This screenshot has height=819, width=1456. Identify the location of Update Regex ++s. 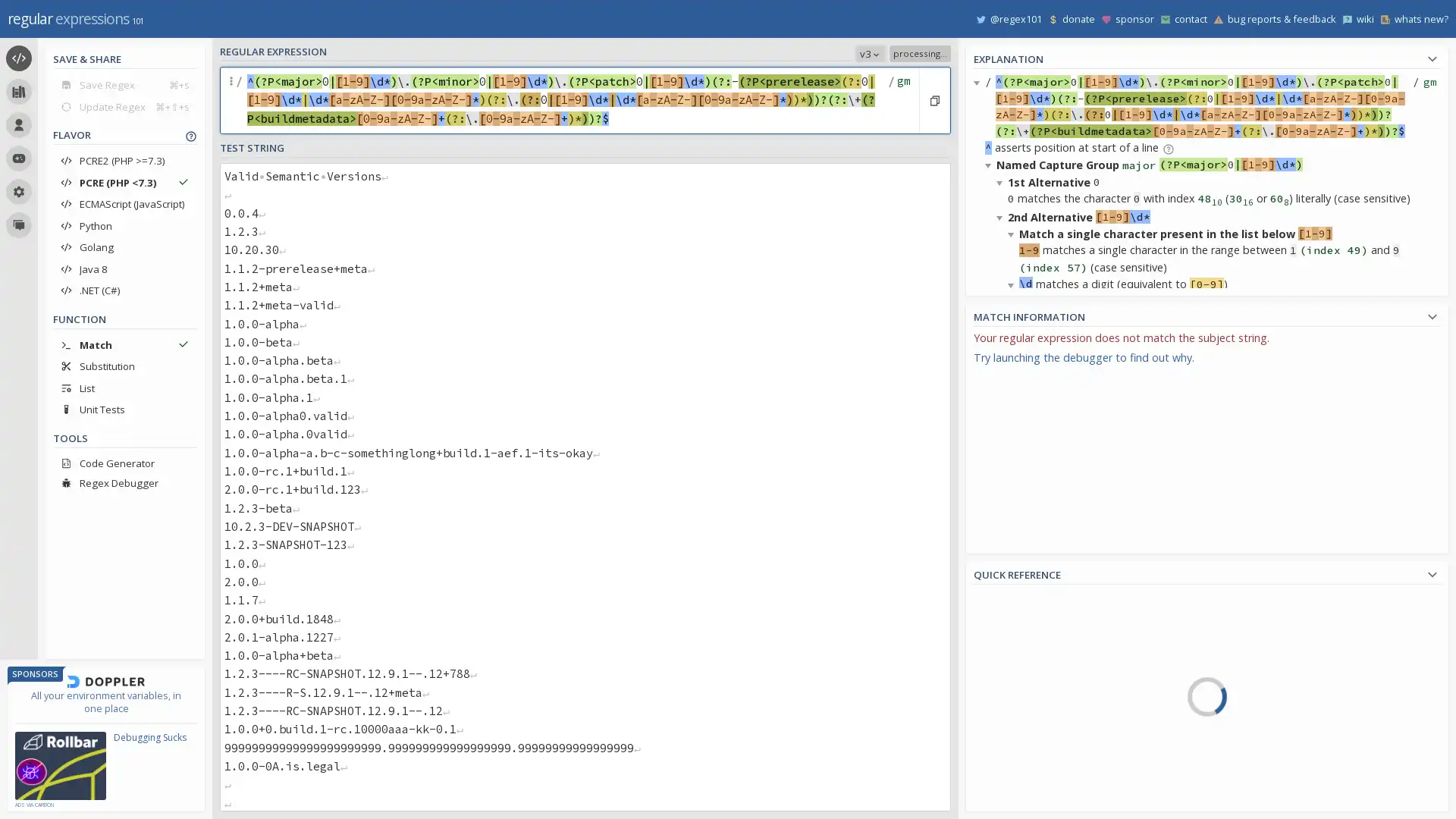
(124, 105).